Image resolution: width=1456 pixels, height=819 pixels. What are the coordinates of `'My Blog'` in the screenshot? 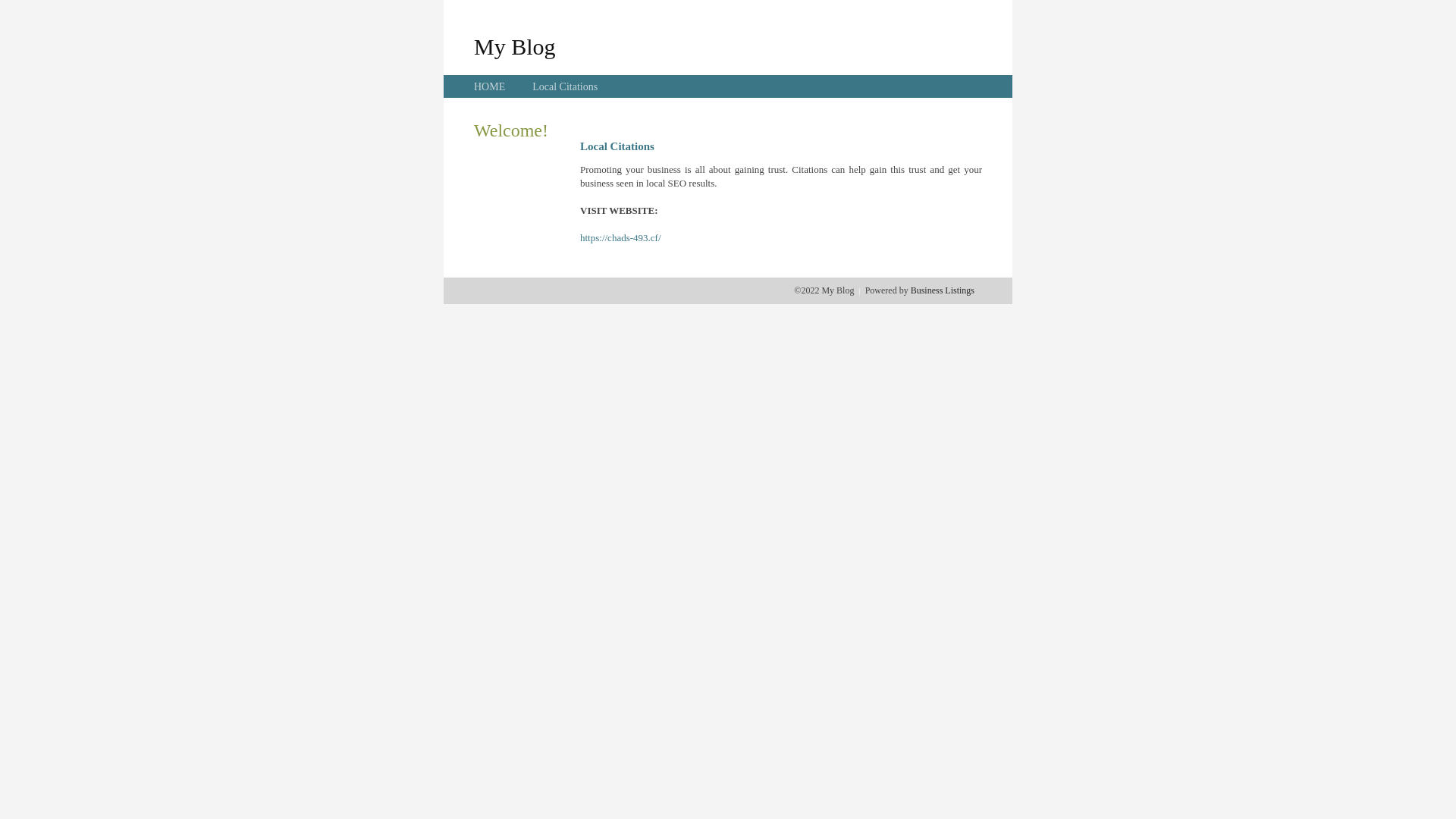 It's located at (514, 45).